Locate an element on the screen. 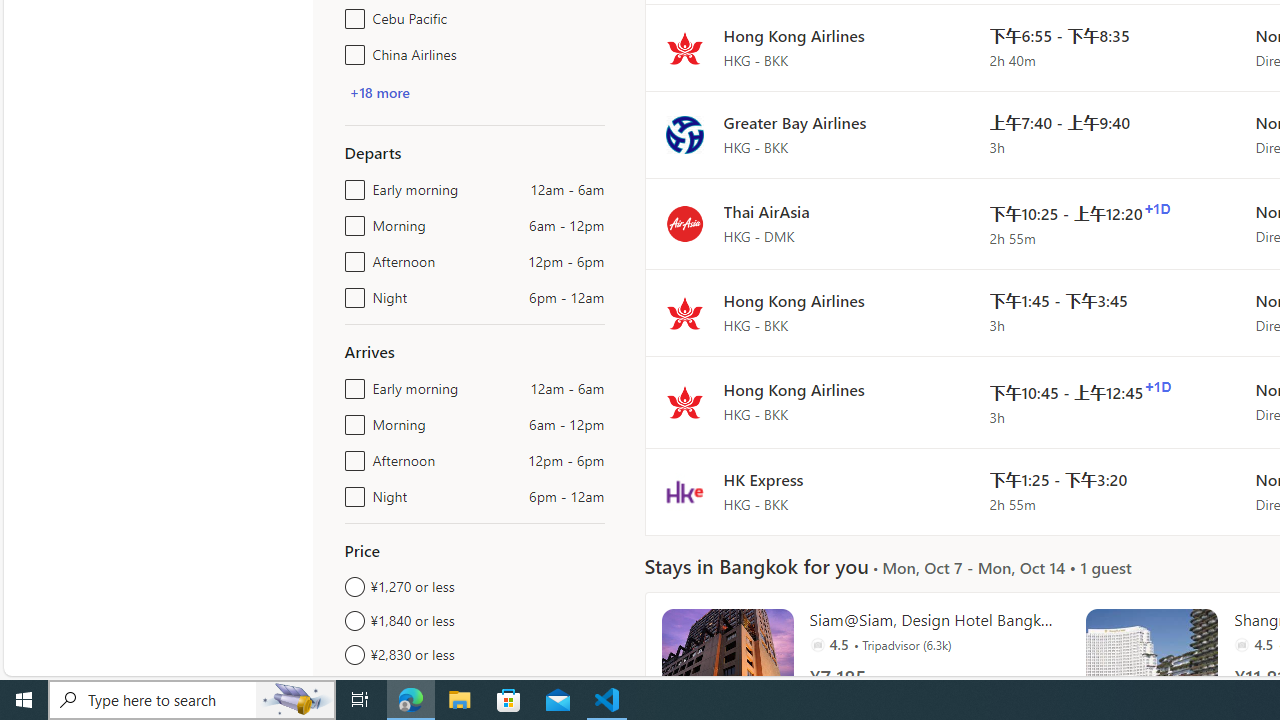  'Night6pm - 12am' is located at coordinates (351, 492).